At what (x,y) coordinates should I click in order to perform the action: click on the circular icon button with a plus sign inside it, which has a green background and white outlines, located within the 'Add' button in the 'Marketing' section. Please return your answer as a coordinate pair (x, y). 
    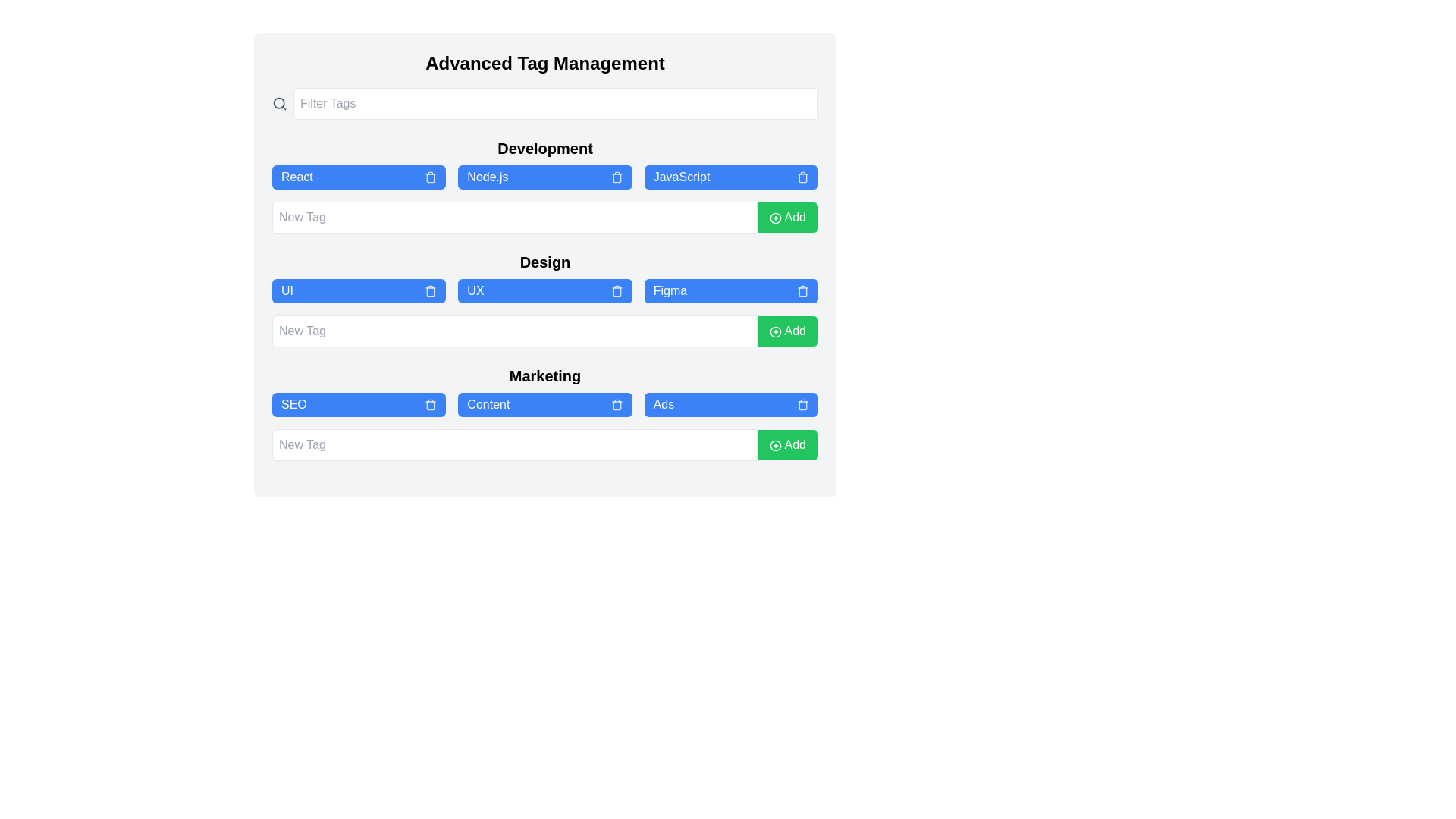
    Looking at the image, I should click on (775, 444).